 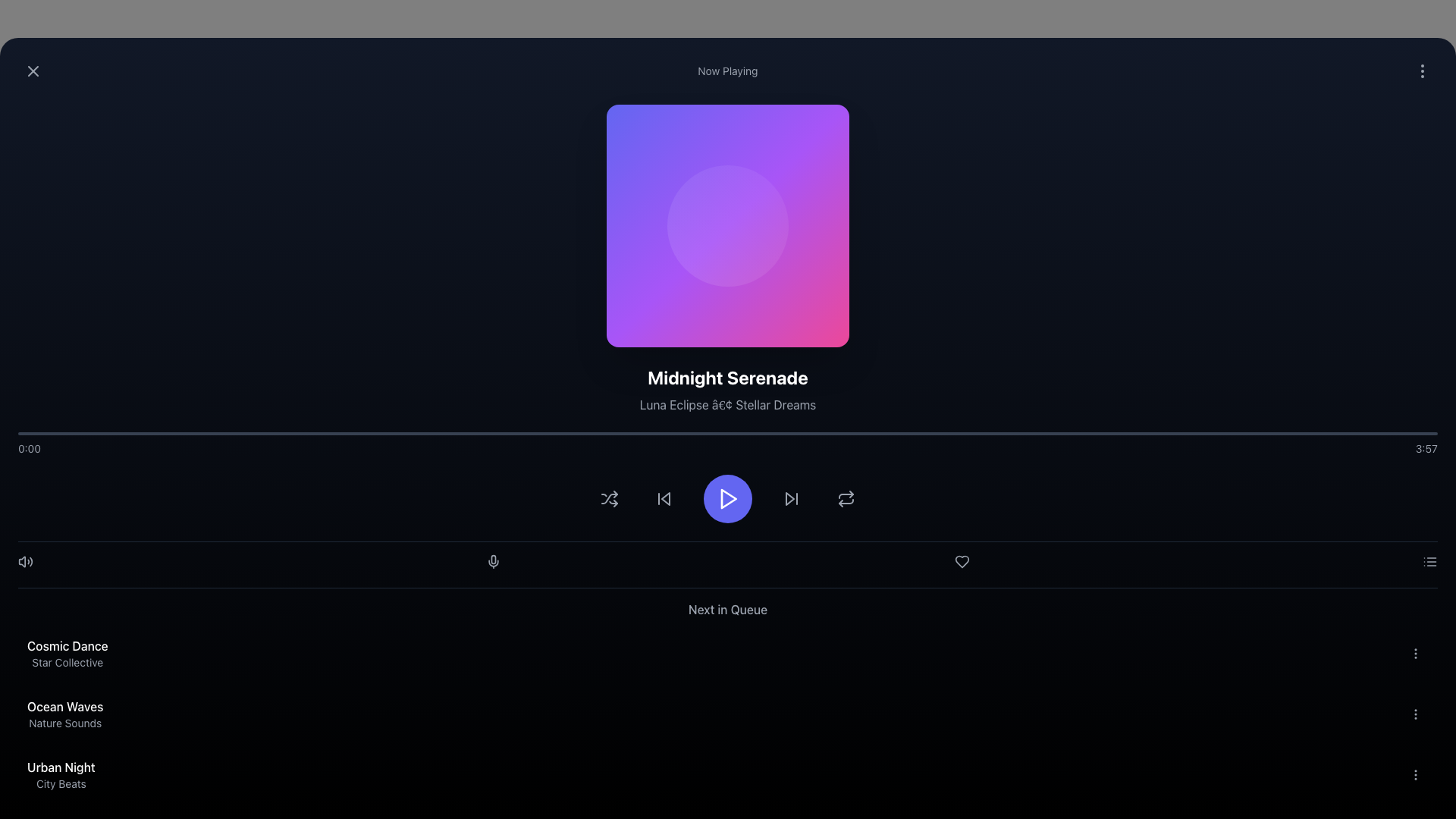 I want to click on the button with an icon located in the bottom-right corner of the interface, so click(x=1429, y=561).